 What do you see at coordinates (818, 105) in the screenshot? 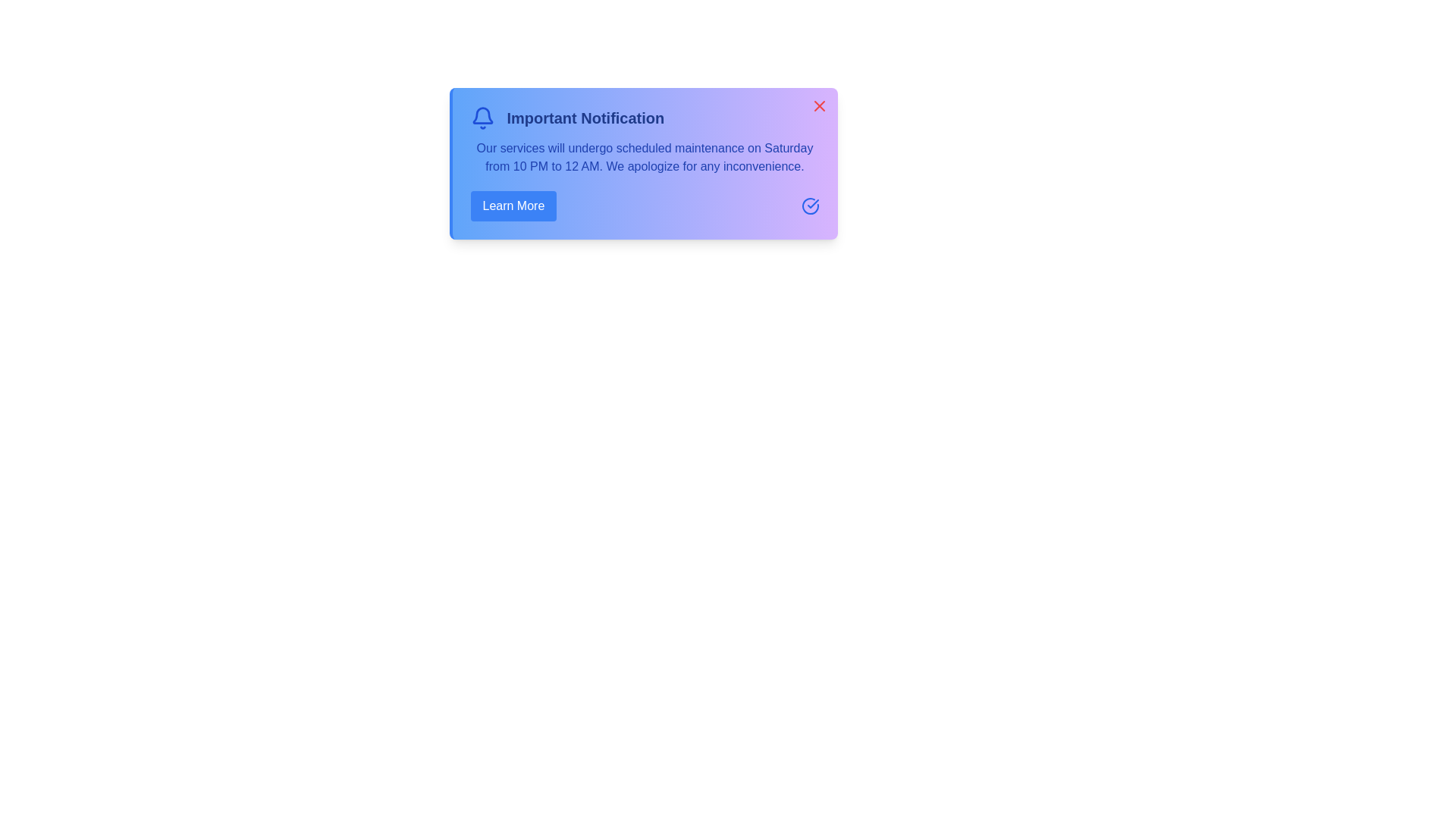
I see `close button located at the top-right corner of the alert to dismiss it` at bounding box center [818, 105].